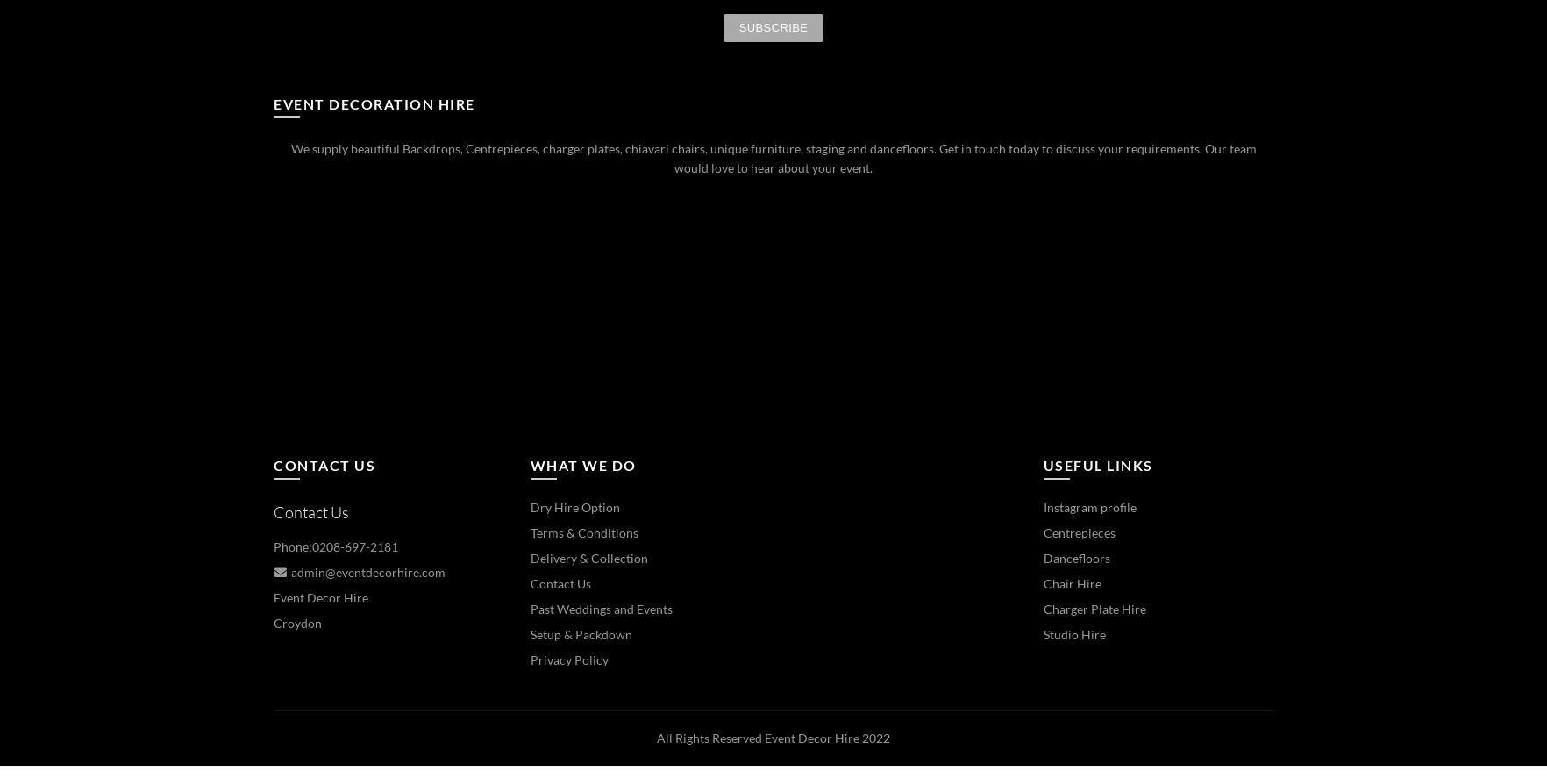 The width and height of the screenshot is (1547, 784). What do you see at coordinates (1076, 557) in the screenshot?
I see `'Dancefloors'` at bounding box center [1076, 557].